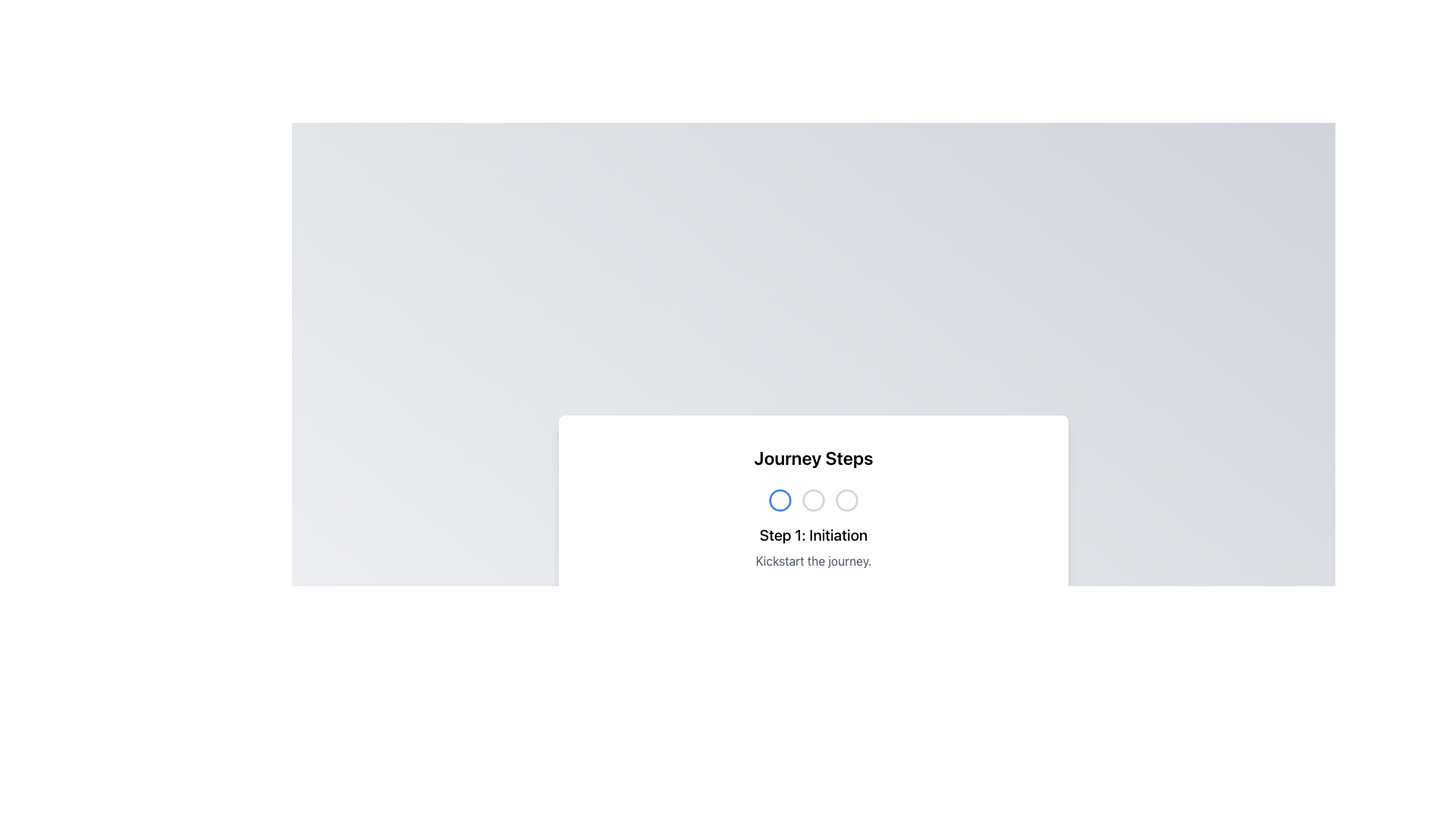 The image size is (1456, 819). I want to click on the centered text component labeled 'Step 1: Initiation', which is styled in bold black text and positioned below three circular icons and above a smaller descriptive text, so click(813, 534).